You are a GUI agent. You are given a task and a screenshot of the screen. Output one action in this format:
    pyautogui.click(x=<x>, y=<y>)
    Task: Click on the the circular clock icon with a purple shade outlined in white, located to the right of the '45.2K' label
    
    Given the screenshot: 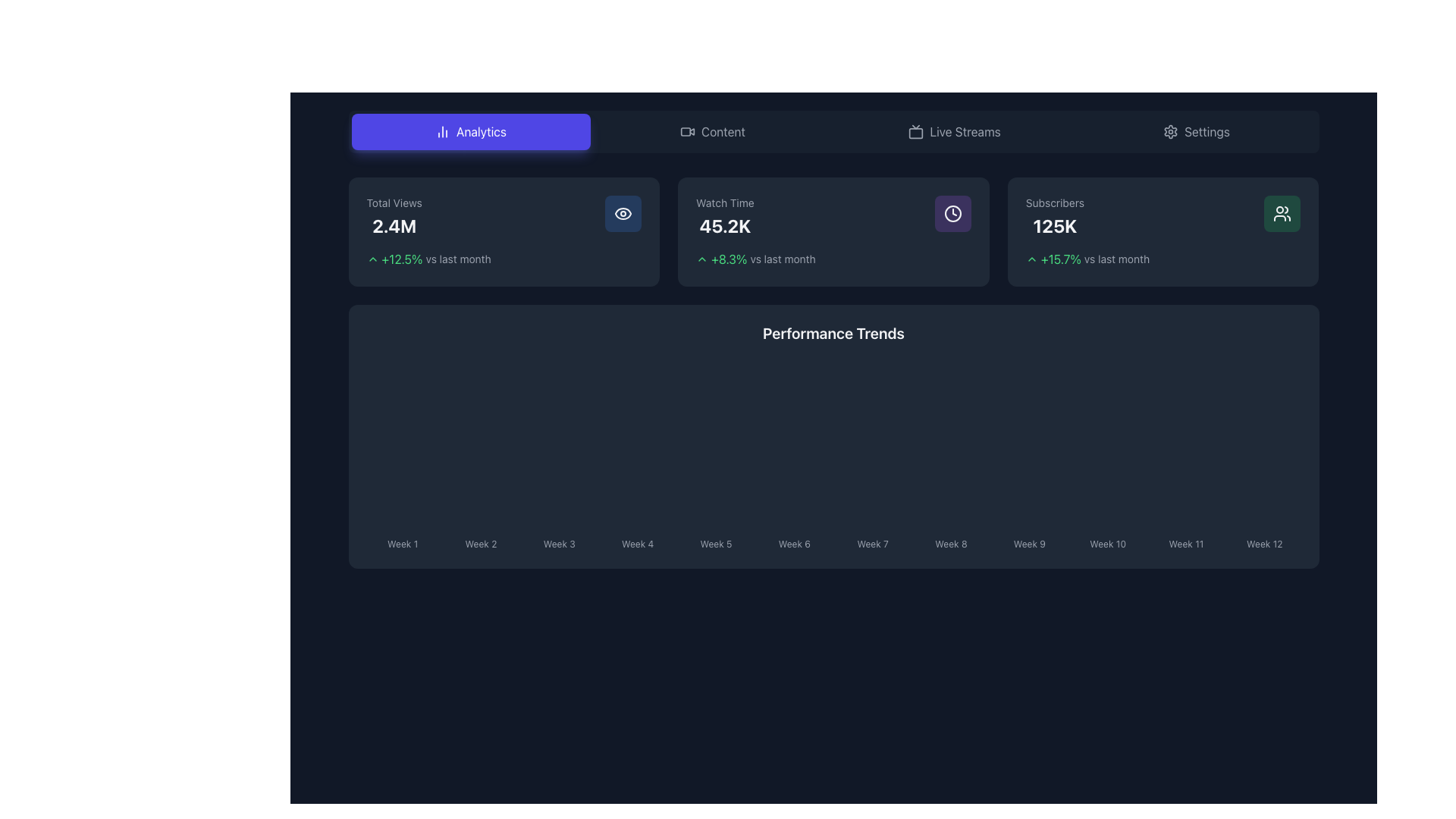 What is the action you would take?
    pyautogui.click(x=952, y=213)
    